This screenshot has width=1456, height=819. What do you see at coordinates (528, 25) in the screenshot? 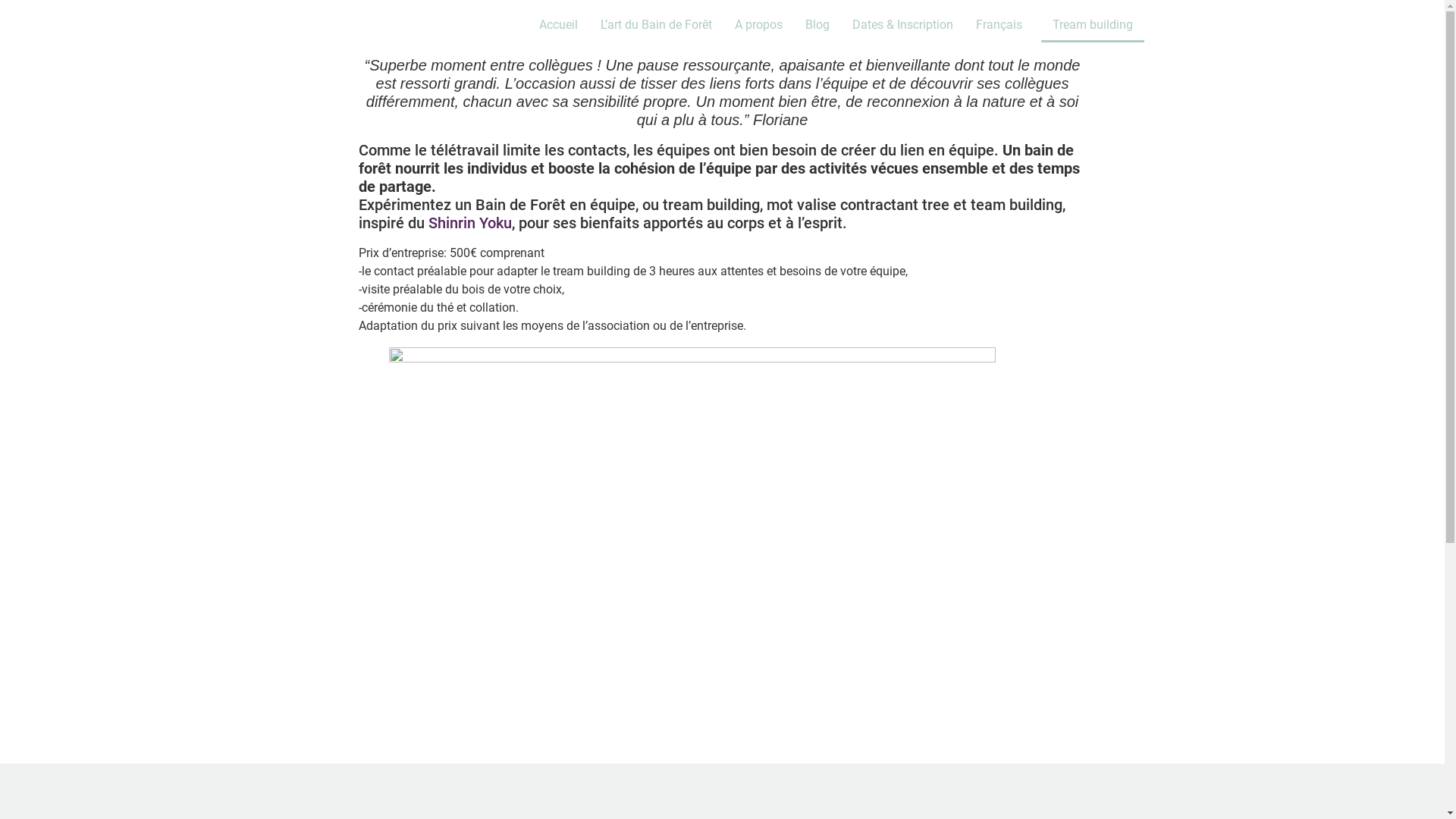
I see `'Accueil'` at bounding box center [528, 25].